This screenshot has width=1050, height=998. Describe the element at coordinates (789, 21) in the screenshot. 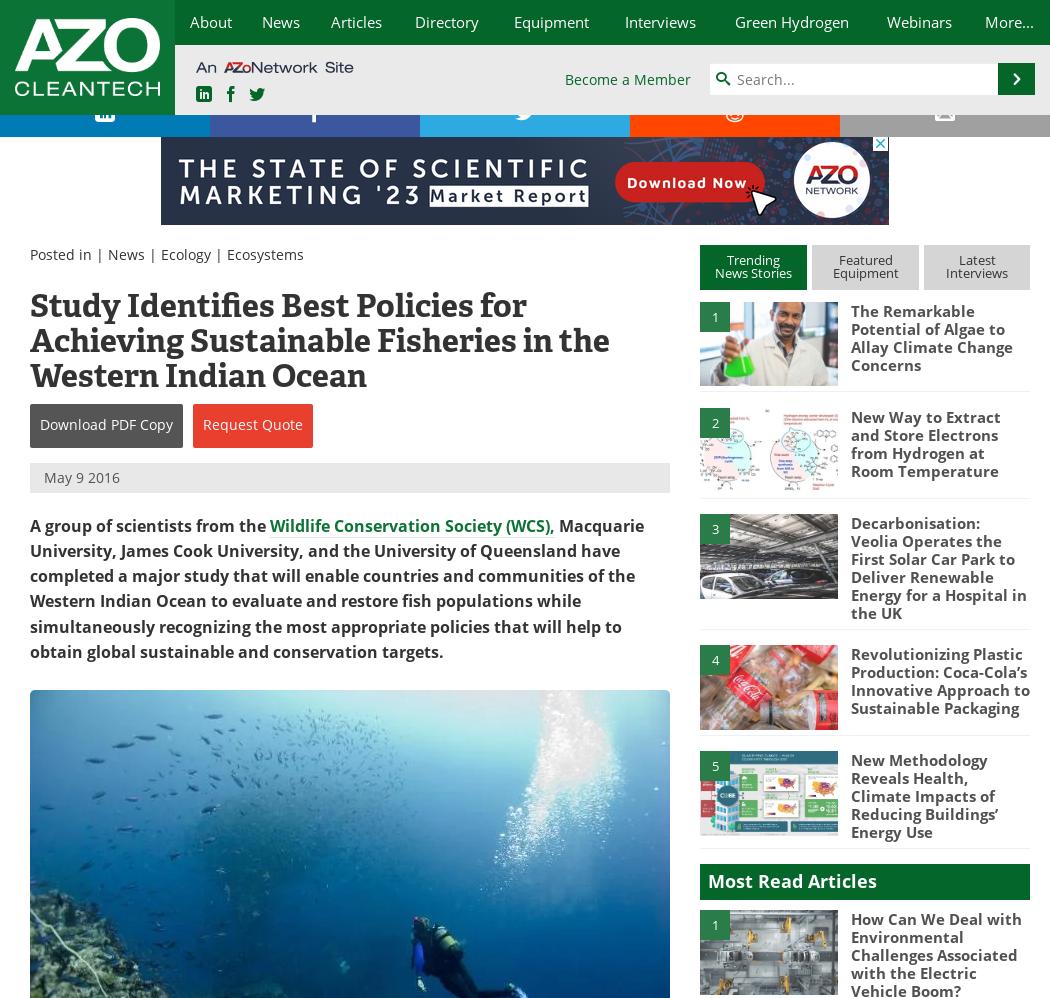

I see `'Green Hydrogen'` at that location.